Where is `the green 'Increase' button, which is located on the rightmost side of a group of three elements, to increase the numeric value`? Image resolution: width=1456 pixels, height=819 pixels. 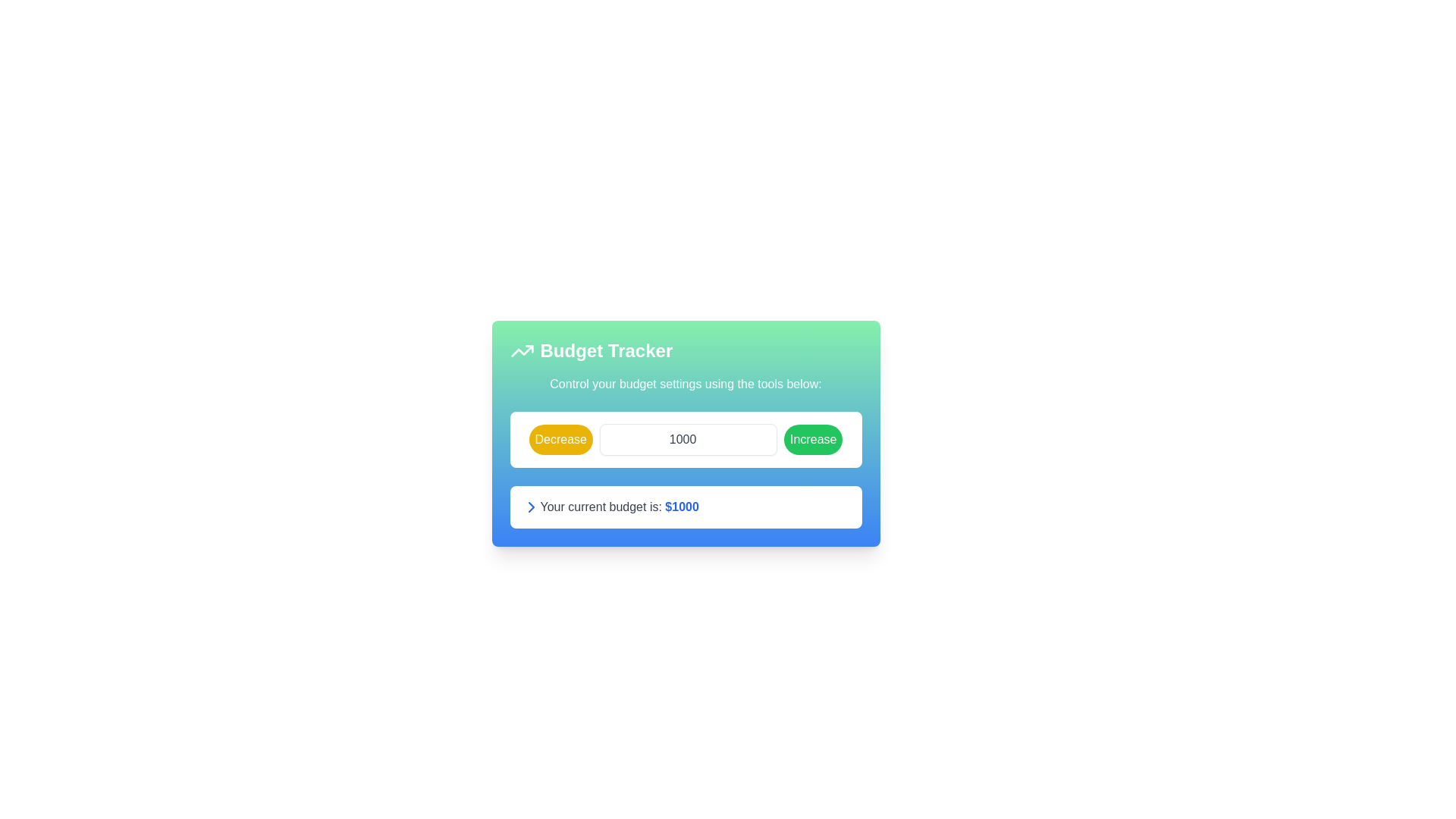
the green 'Increase' button, which is located on the rightmost side of a group of three elements, to increase the numeric value is located at coordinates (812, 439).